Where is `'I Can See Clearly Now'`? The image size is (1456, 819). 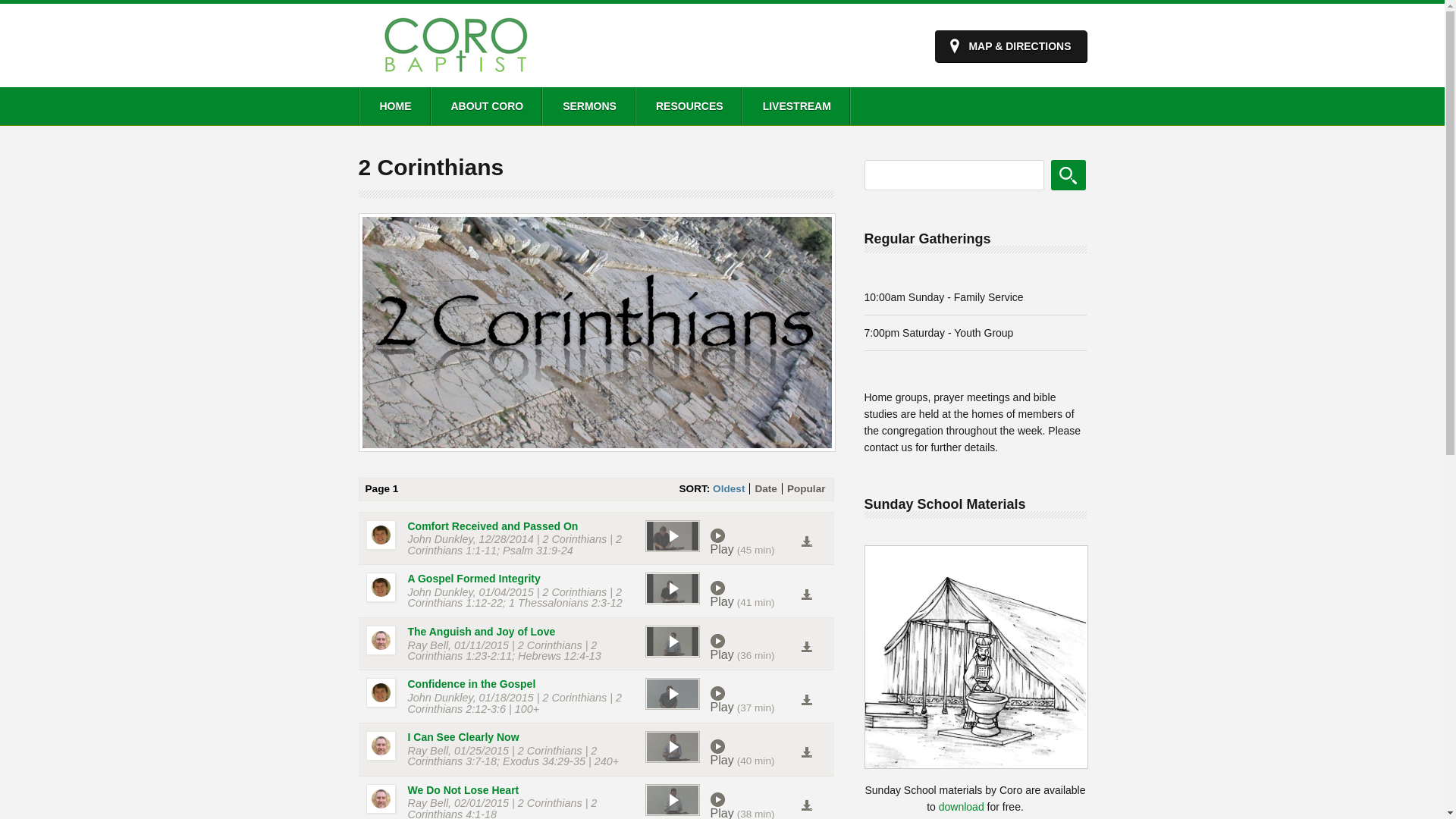 'I Can See Clearly Now' is located at coordinates (407, 736).